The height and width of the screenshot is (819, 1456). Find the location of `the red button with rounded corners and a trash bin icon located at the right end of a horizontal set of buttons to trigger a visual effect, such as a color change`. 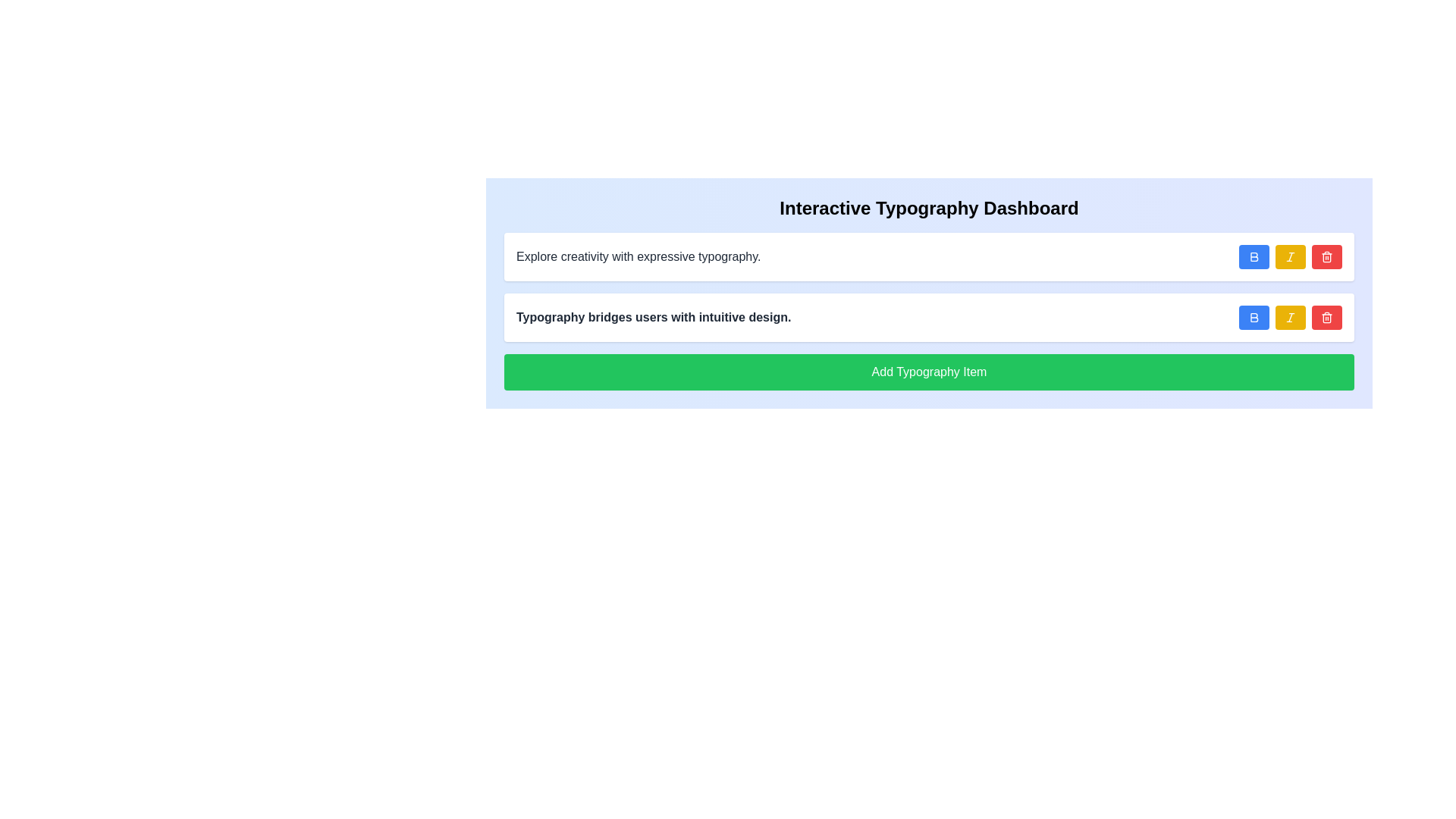

the red button with rounded corners and a trash bin icon located at the right end of a horizontal set of buttons to trigger a visual effect, such as a color change is located at coordinates (1326, 317).